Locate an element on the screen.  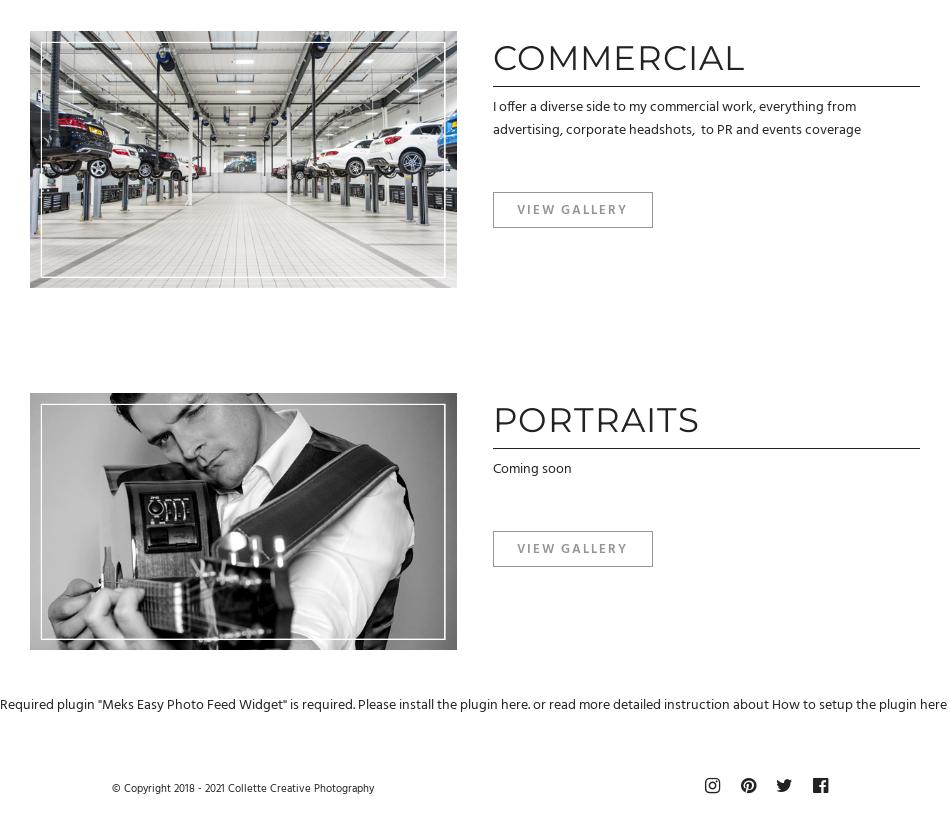
'How to setup the plugin here' is located at coordinates (858, 705).